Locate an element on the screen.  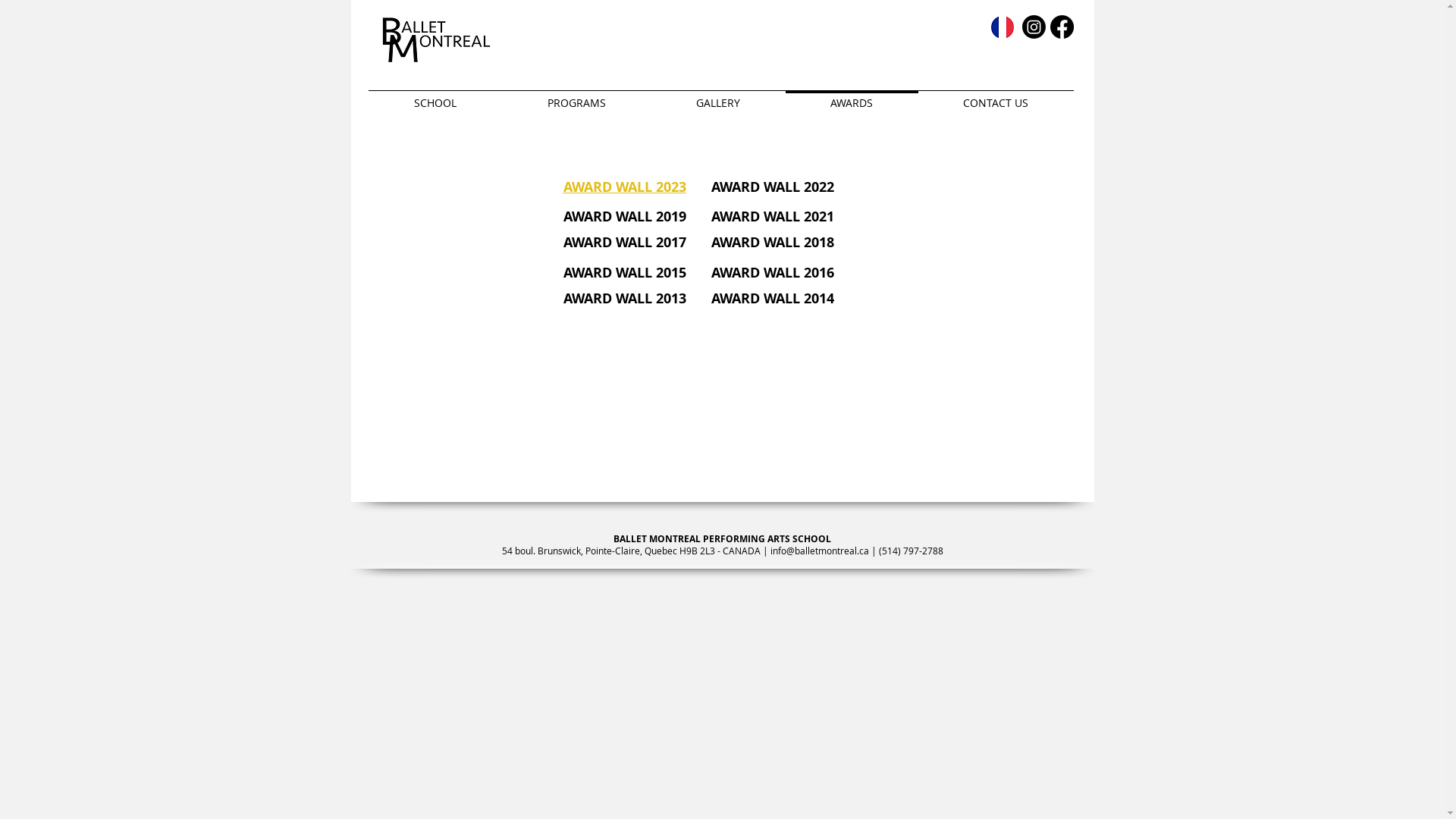
'AWARD WALL 2019' is located at coordinates (623, 216).